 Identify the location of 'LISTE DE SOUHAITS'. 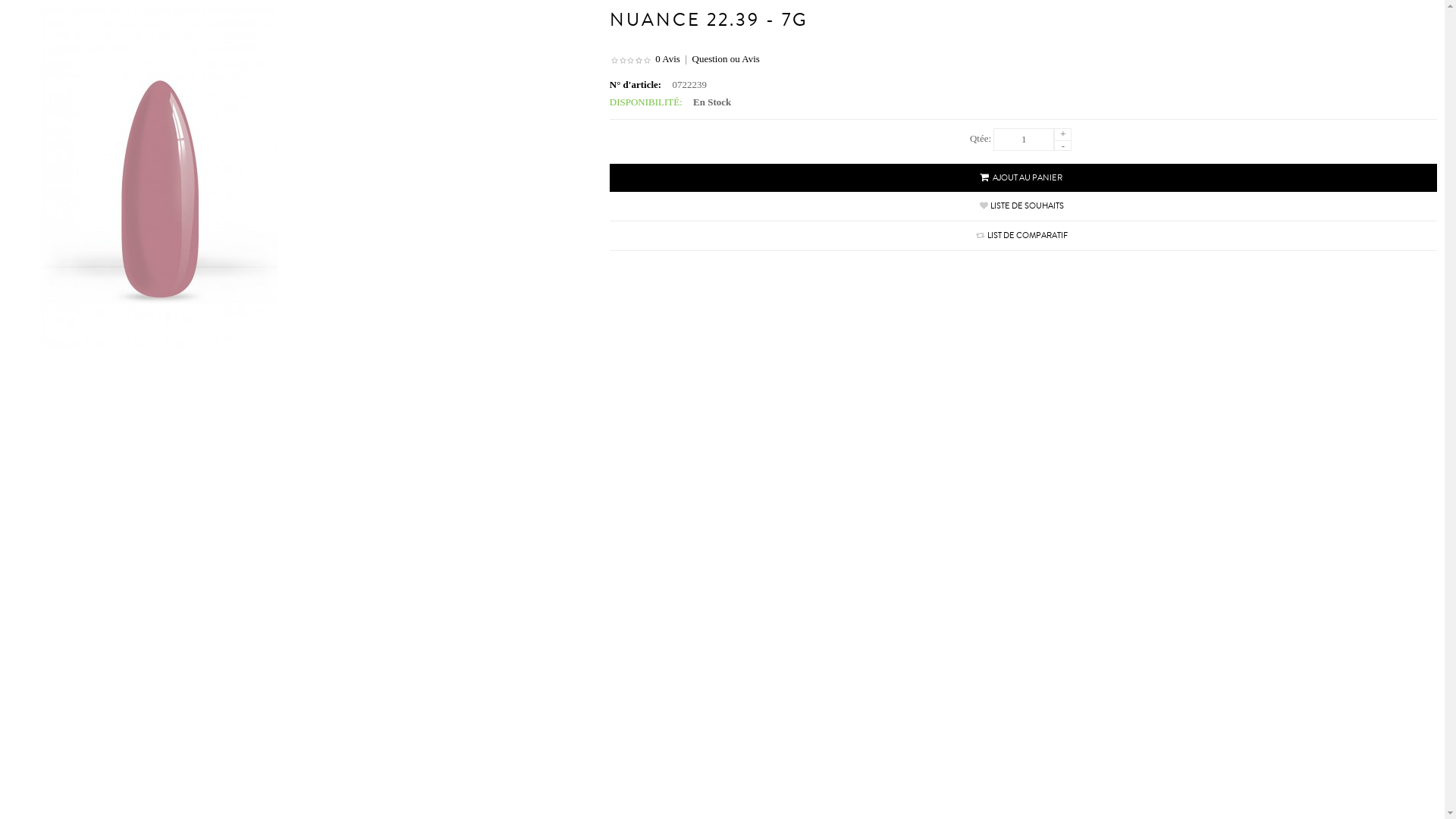
(1027, 206).